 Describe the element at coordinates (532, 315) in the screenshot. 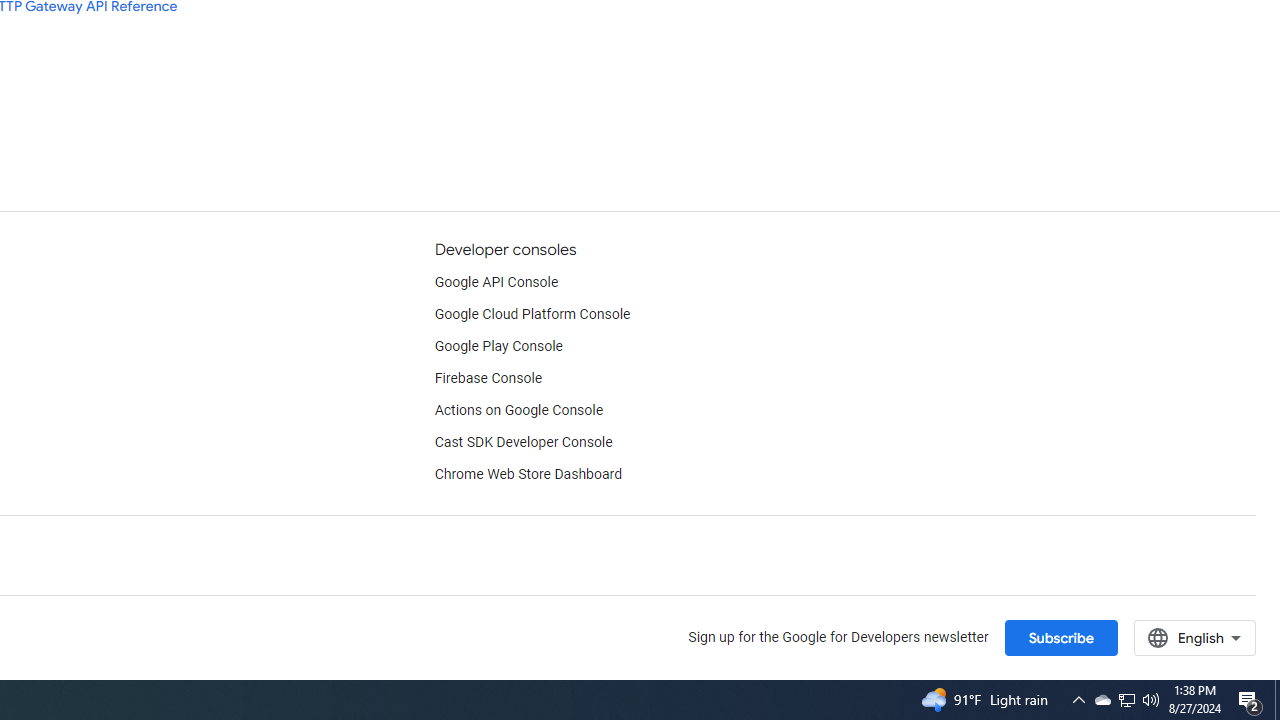

I see `'Google Cloud Platform Console'` at that location.